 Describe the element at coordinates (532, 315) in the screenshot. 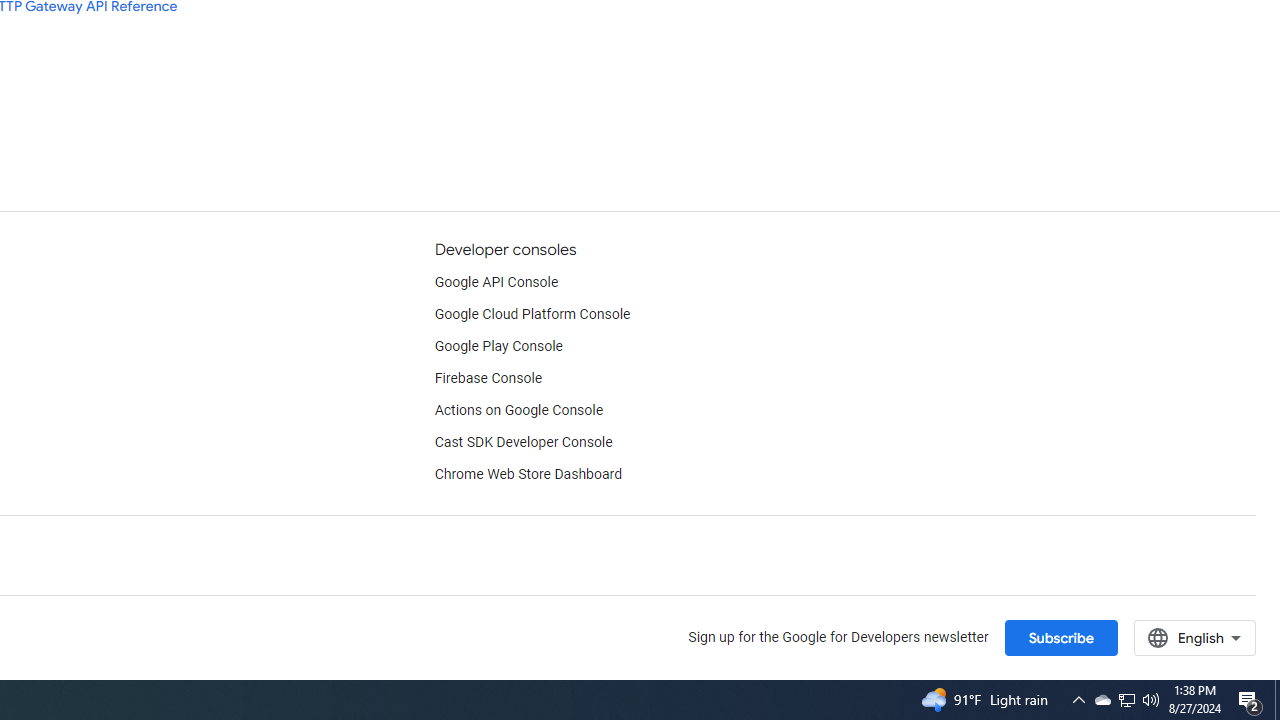

I see `'Google Cloud Platform Console'` at that location.